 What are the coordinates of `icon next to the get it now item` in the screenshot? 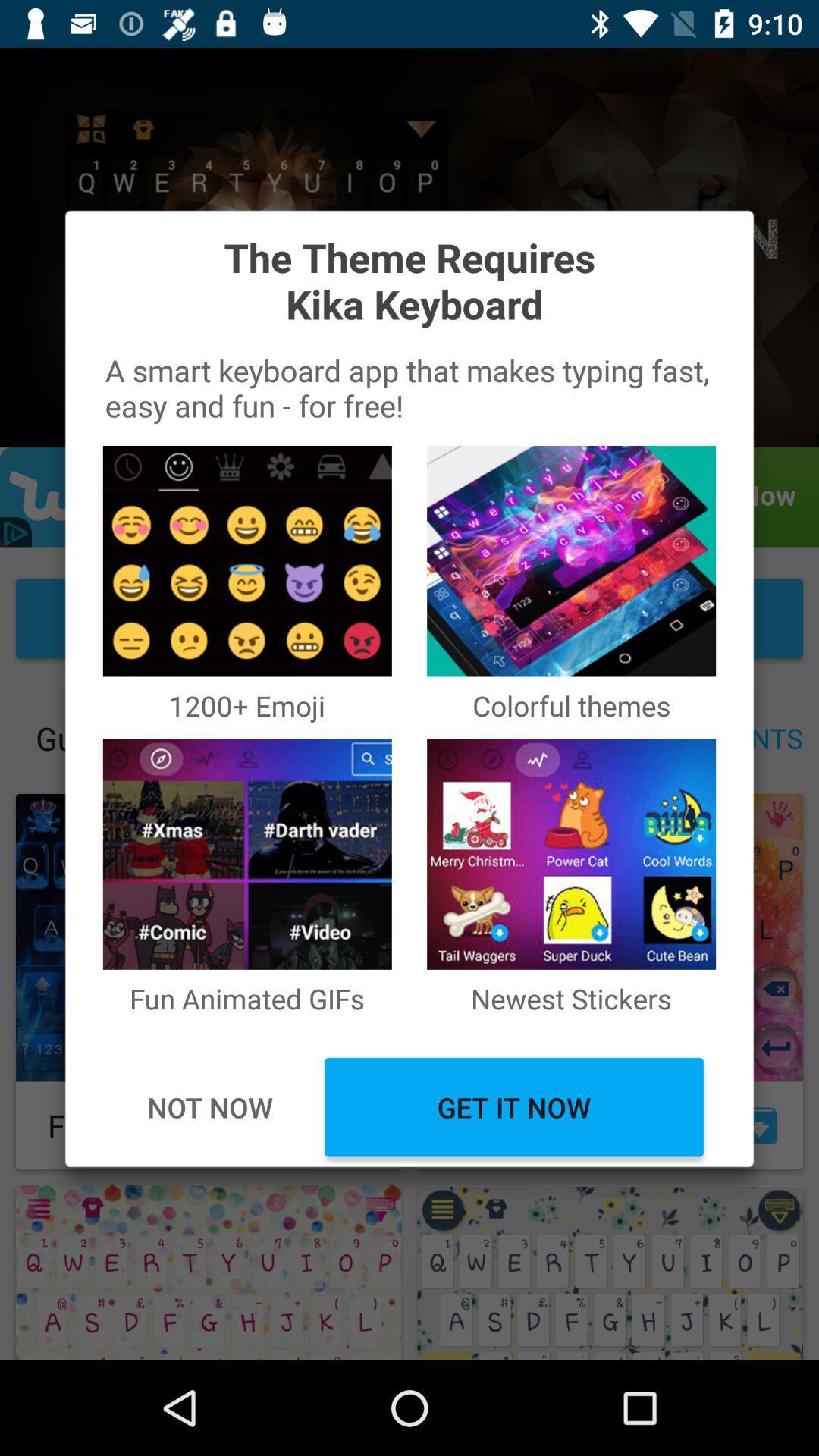 It's located at (209, 1107).